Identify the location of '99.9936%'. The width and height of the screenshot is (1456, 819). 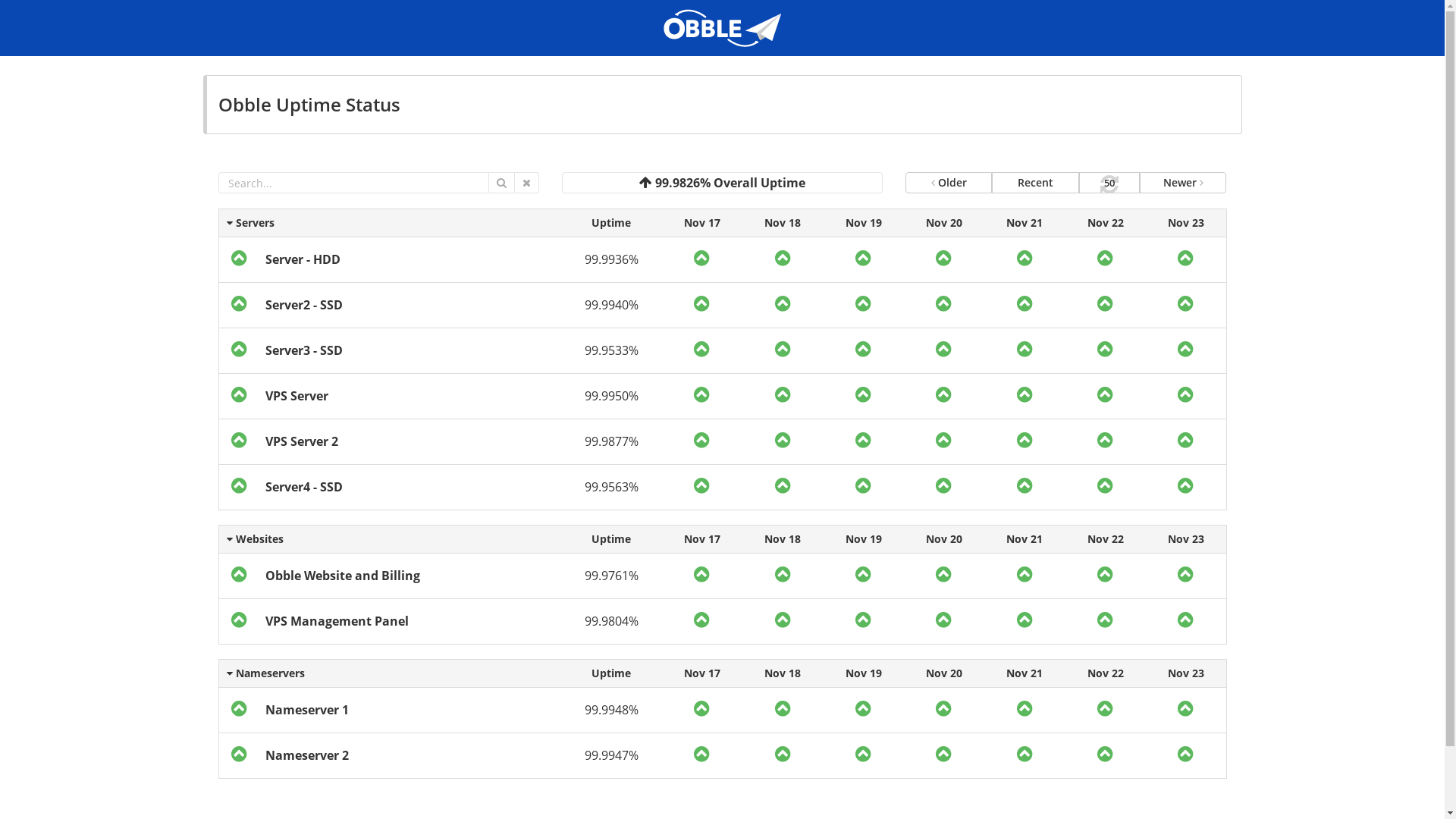
(611, 259).